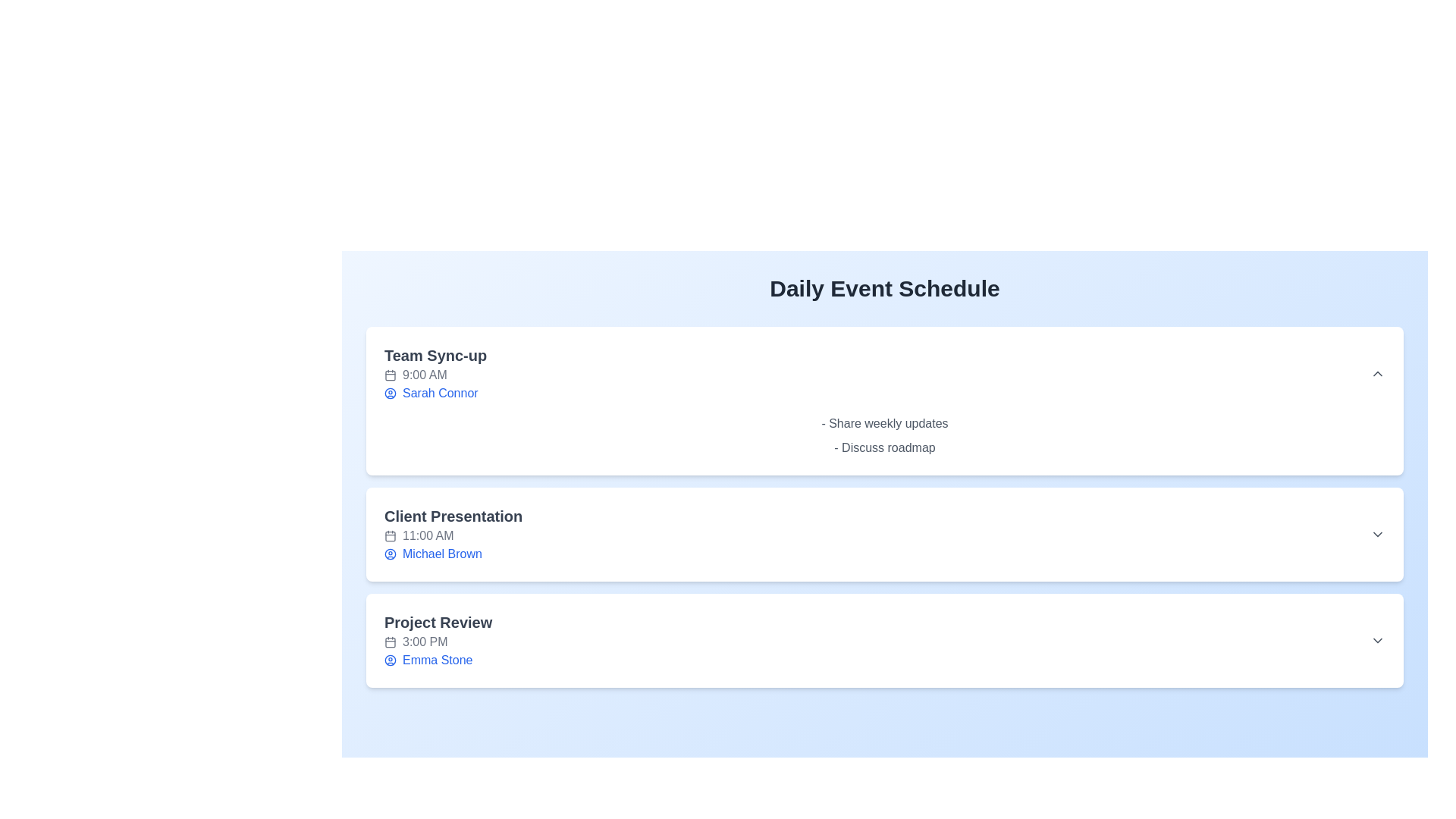 This screenshot has height=819, width=1456. Describe the element at coordinates (441, 554) in the screenshot. I see `text content of the label displaying the name 'Michael Brown', which is located within the second card titled 'Client Presentation' at 11:00 AM` at that location.